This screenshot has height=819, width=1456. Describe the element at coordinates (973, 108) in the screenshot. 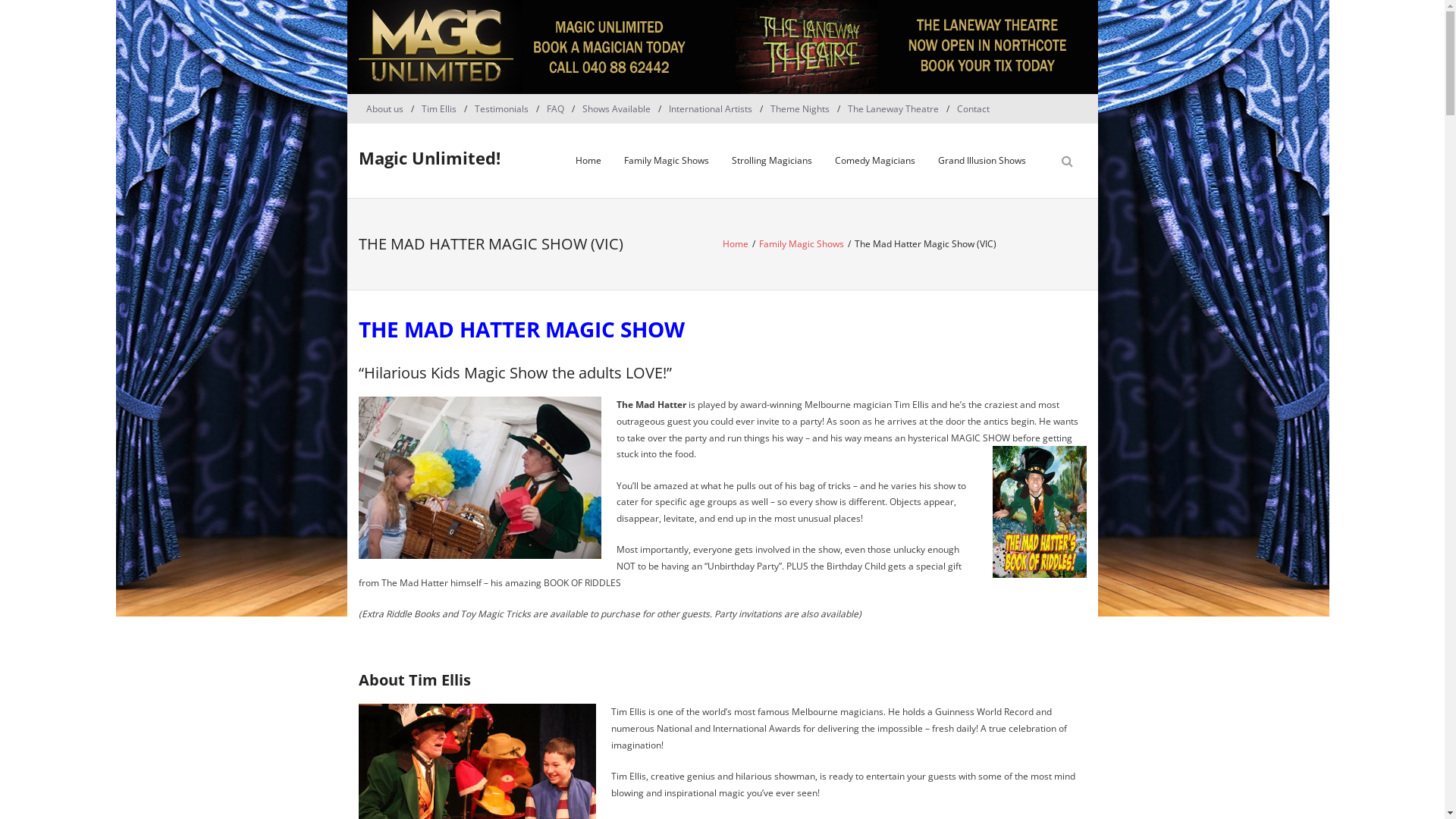

I see `'Contact'` at that location.